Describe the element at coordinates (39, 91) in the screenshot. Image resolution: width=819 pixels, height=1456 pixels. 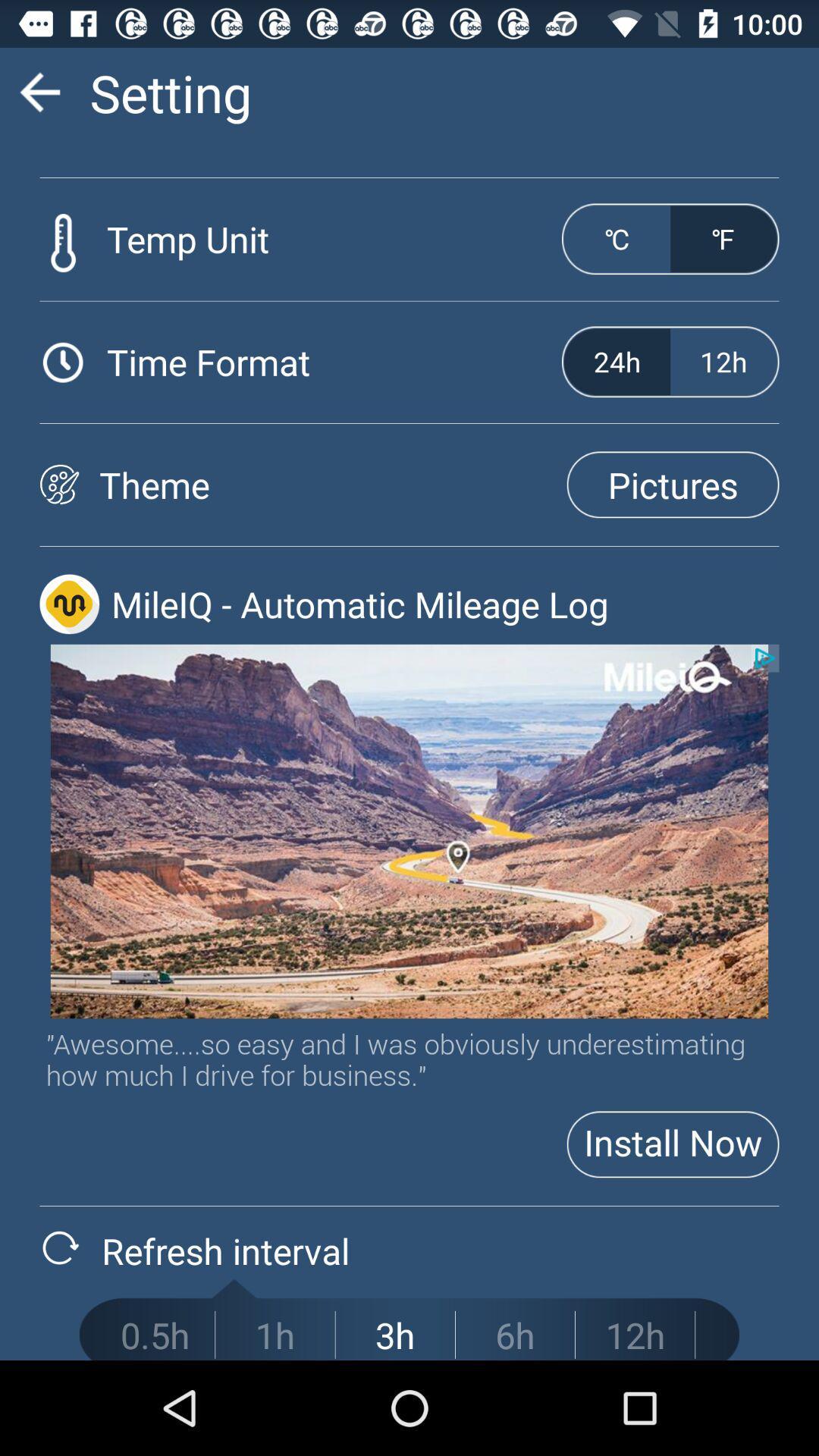
I see `go do rading` at that location.